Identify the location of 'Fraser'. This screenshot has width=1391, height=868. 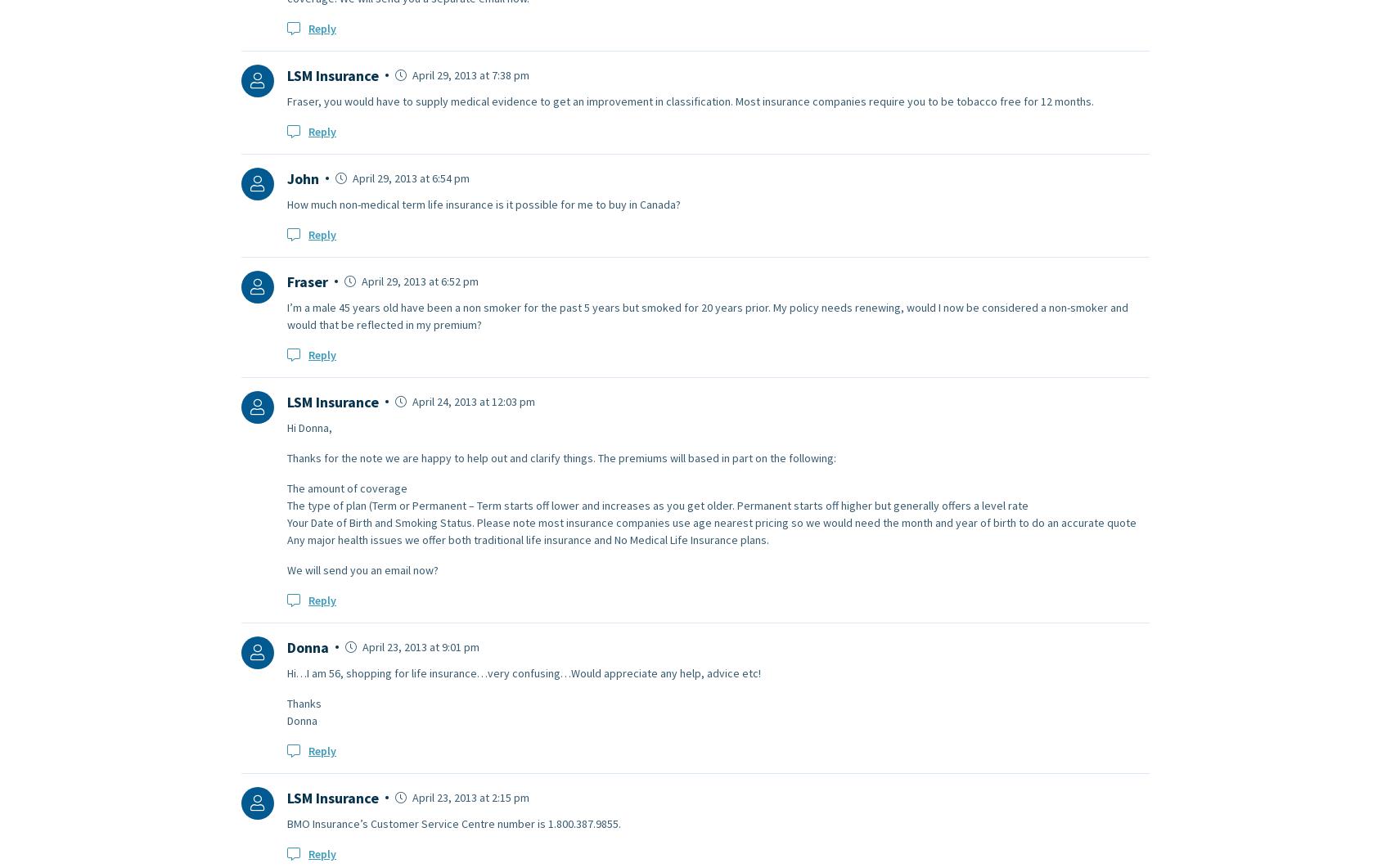
(307, 280).